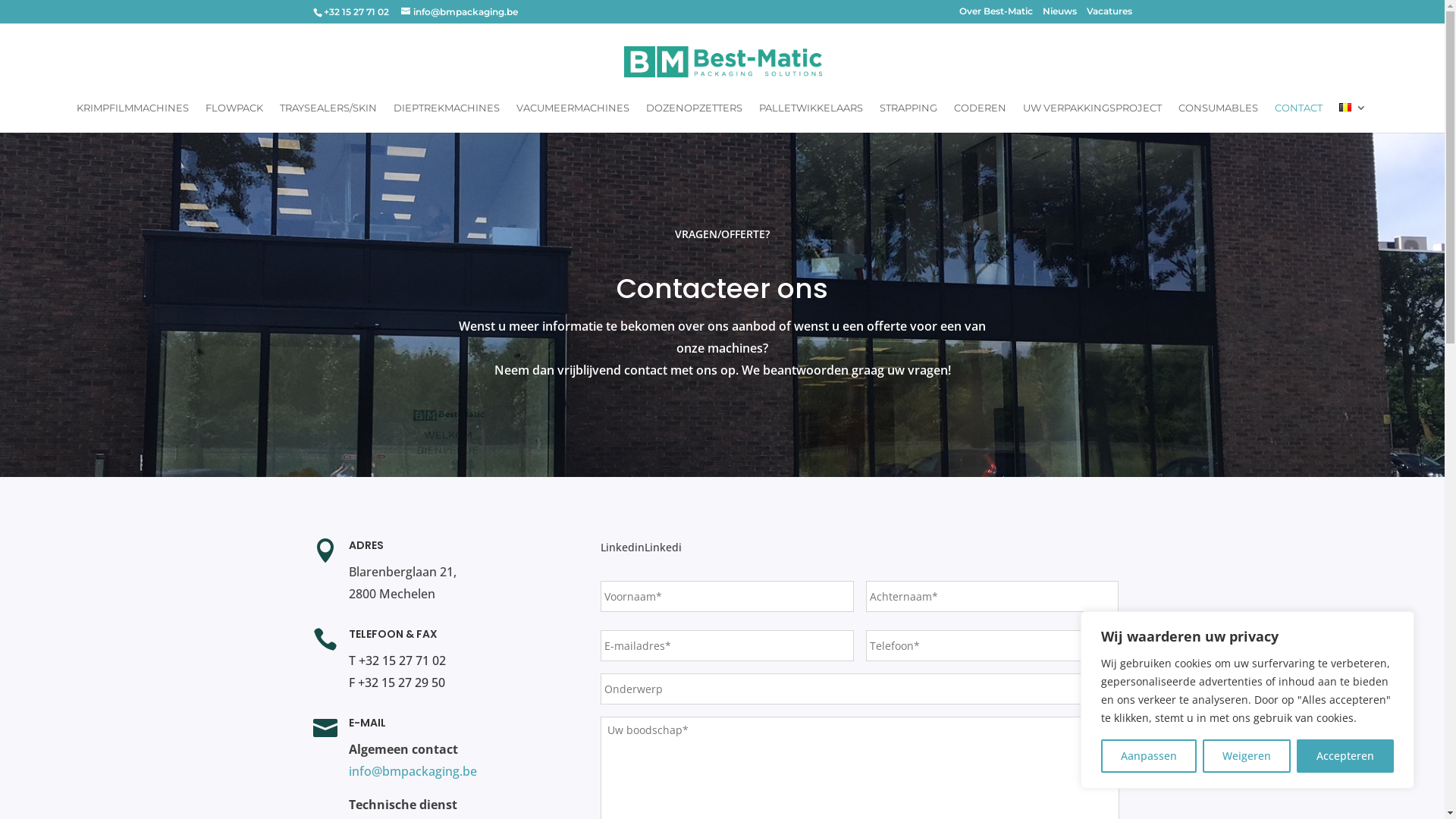  I want to click on 'VACUMEERMACHINES', so click(572, 116).